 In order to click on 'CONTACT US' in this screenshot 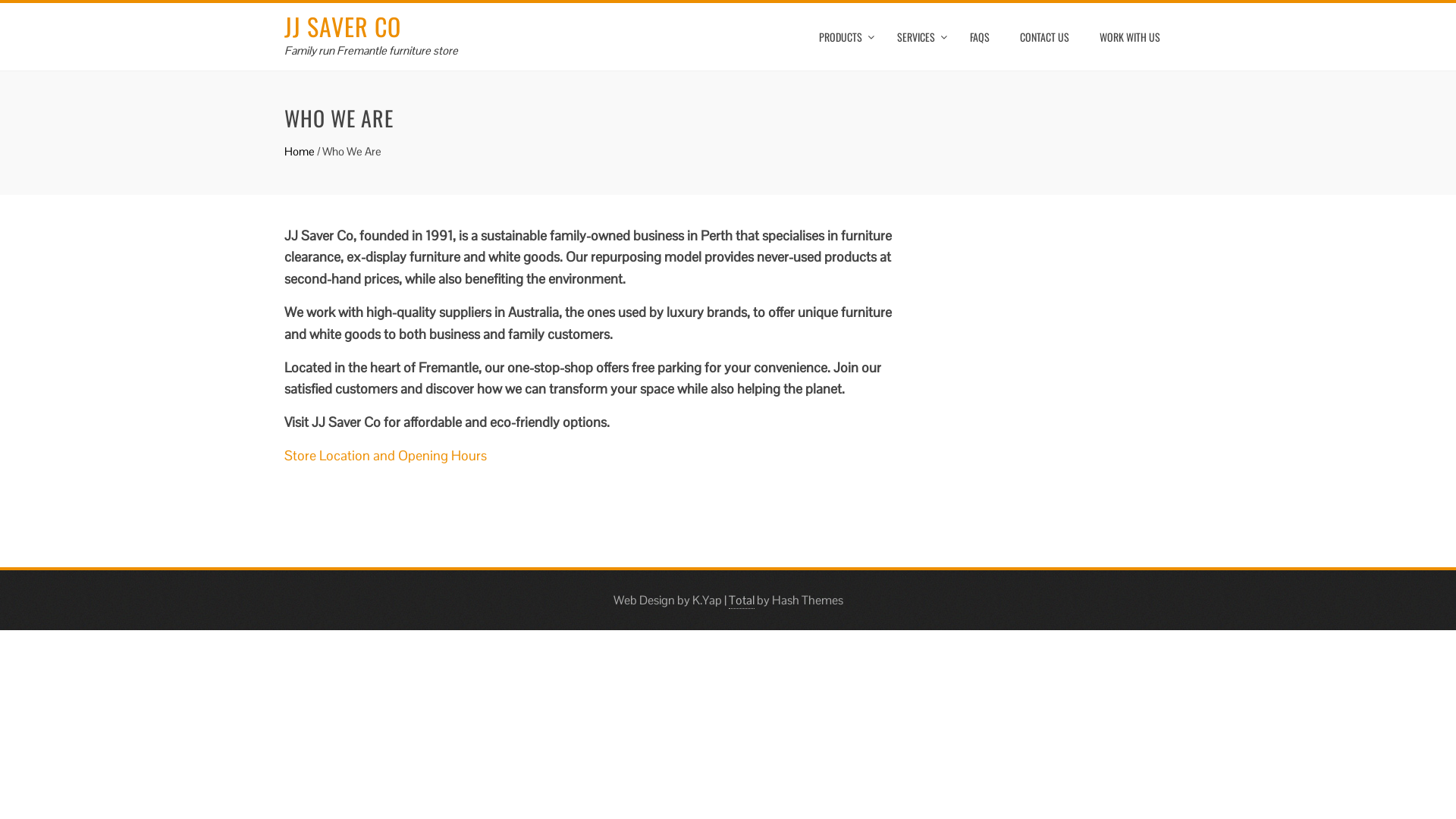, I will do `click(1043, 36)`.